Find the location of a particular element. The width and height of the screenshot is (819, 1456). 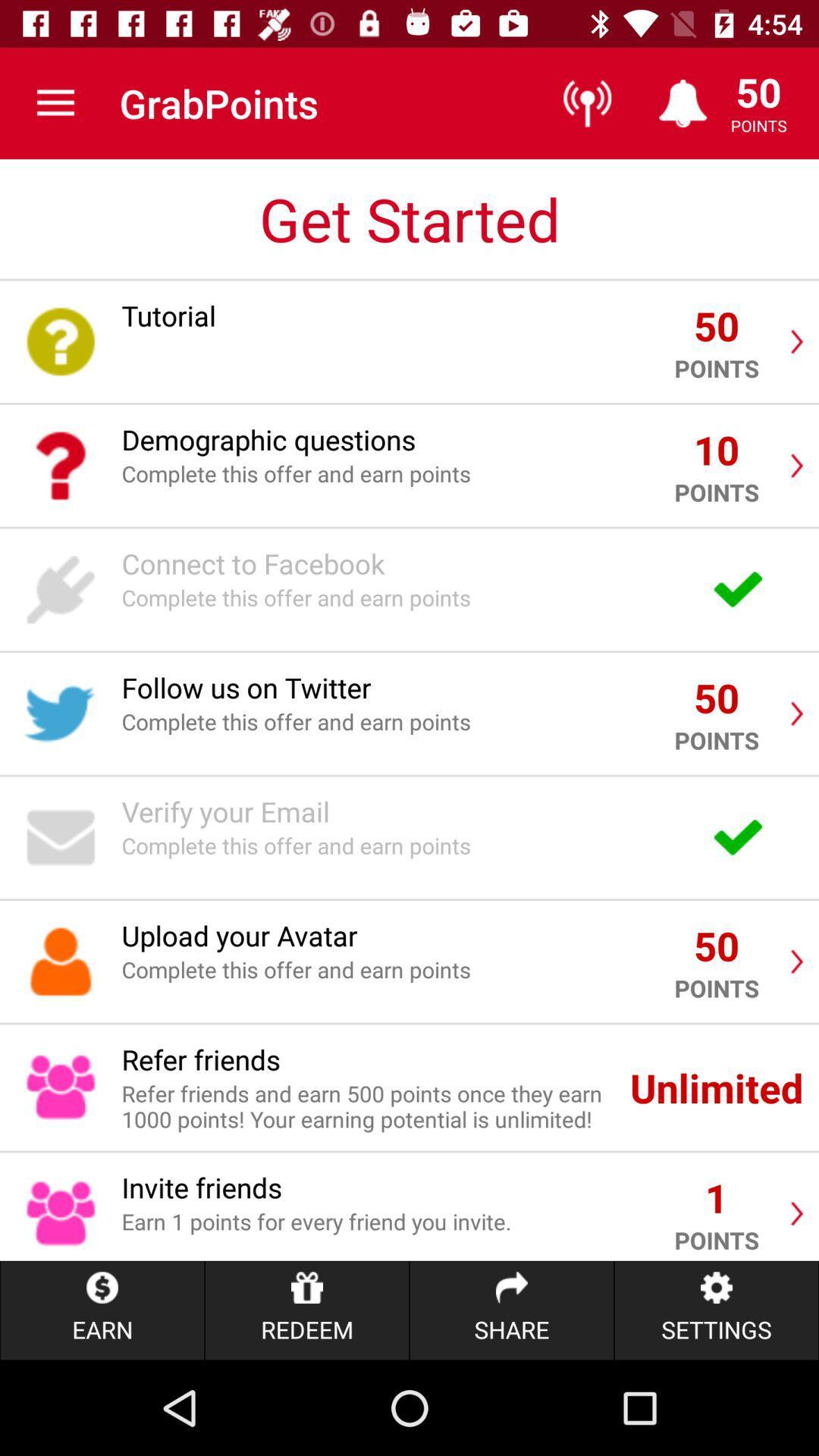

item below earn 1 points is located at coordinates (307, 1310).